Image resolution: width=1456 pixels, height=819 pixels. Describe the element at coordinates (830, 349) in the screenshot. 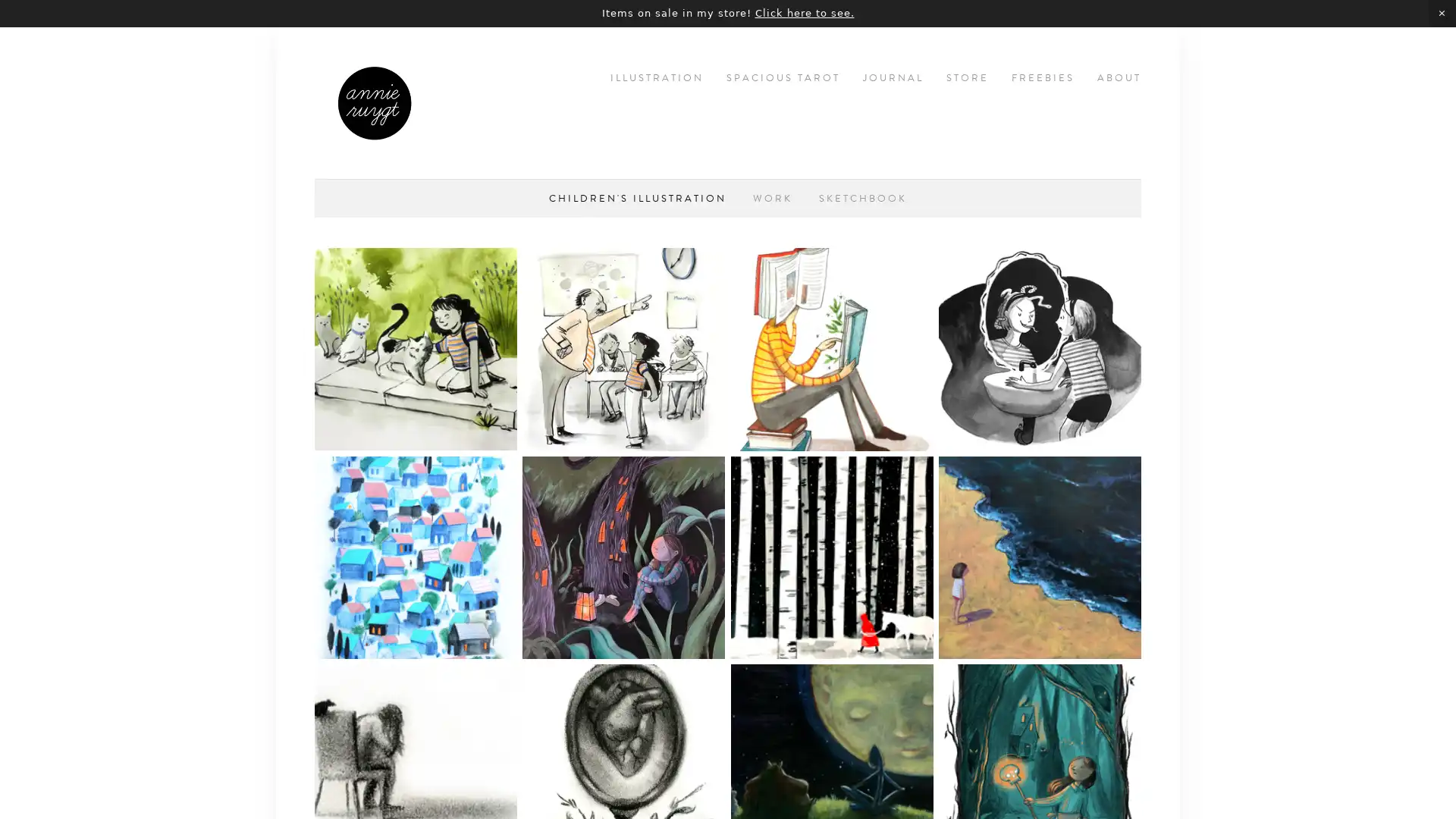

I see `View fullsize Screen Shot 2018-03-06 at 5.58.28 PM.png` at that location.